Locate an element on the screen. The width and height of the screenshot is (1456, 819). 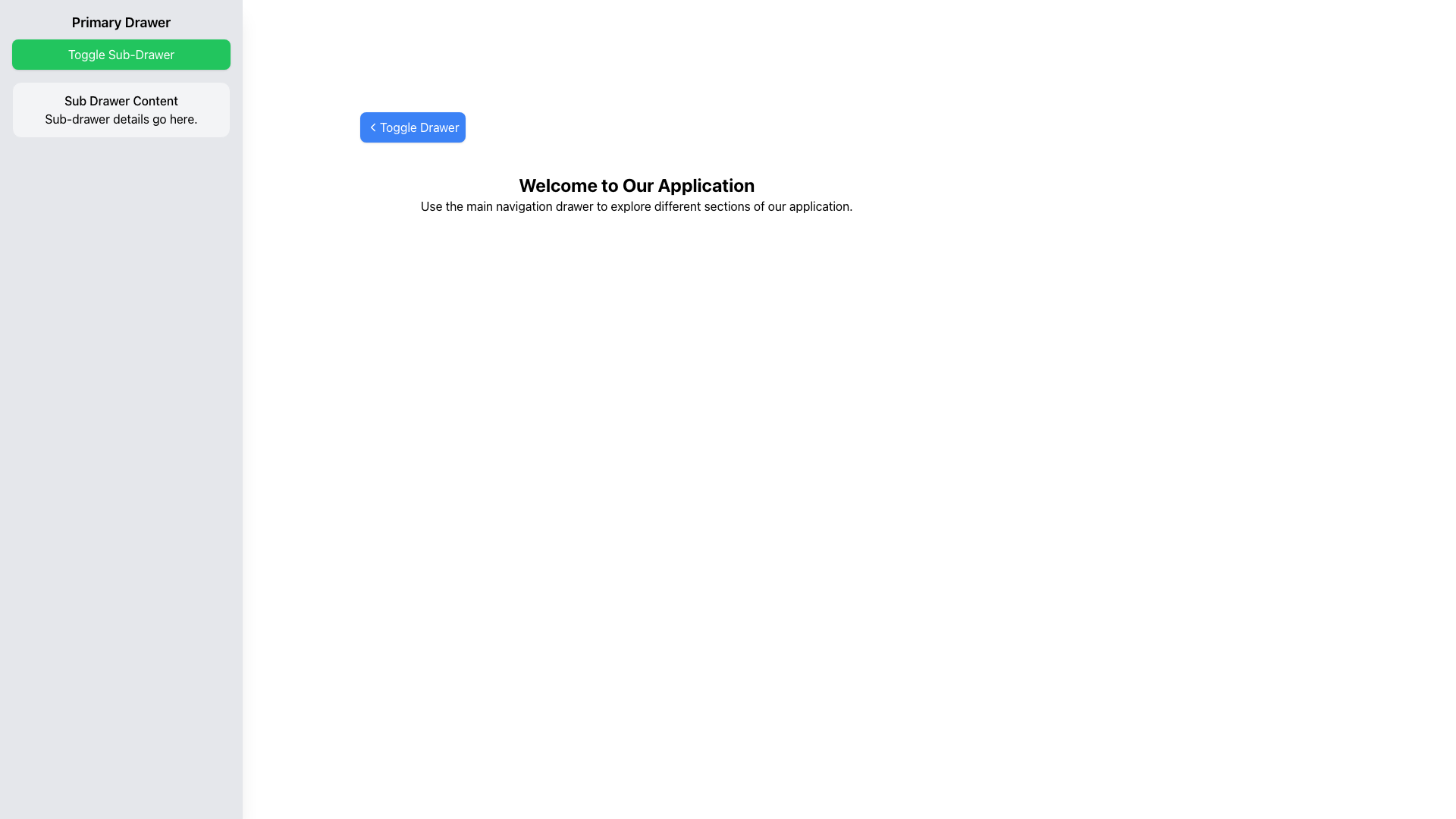
the Chevron Icon located to the left of the text label inside the 'Toggle Drawer' button is located at coordinates (372, 127).